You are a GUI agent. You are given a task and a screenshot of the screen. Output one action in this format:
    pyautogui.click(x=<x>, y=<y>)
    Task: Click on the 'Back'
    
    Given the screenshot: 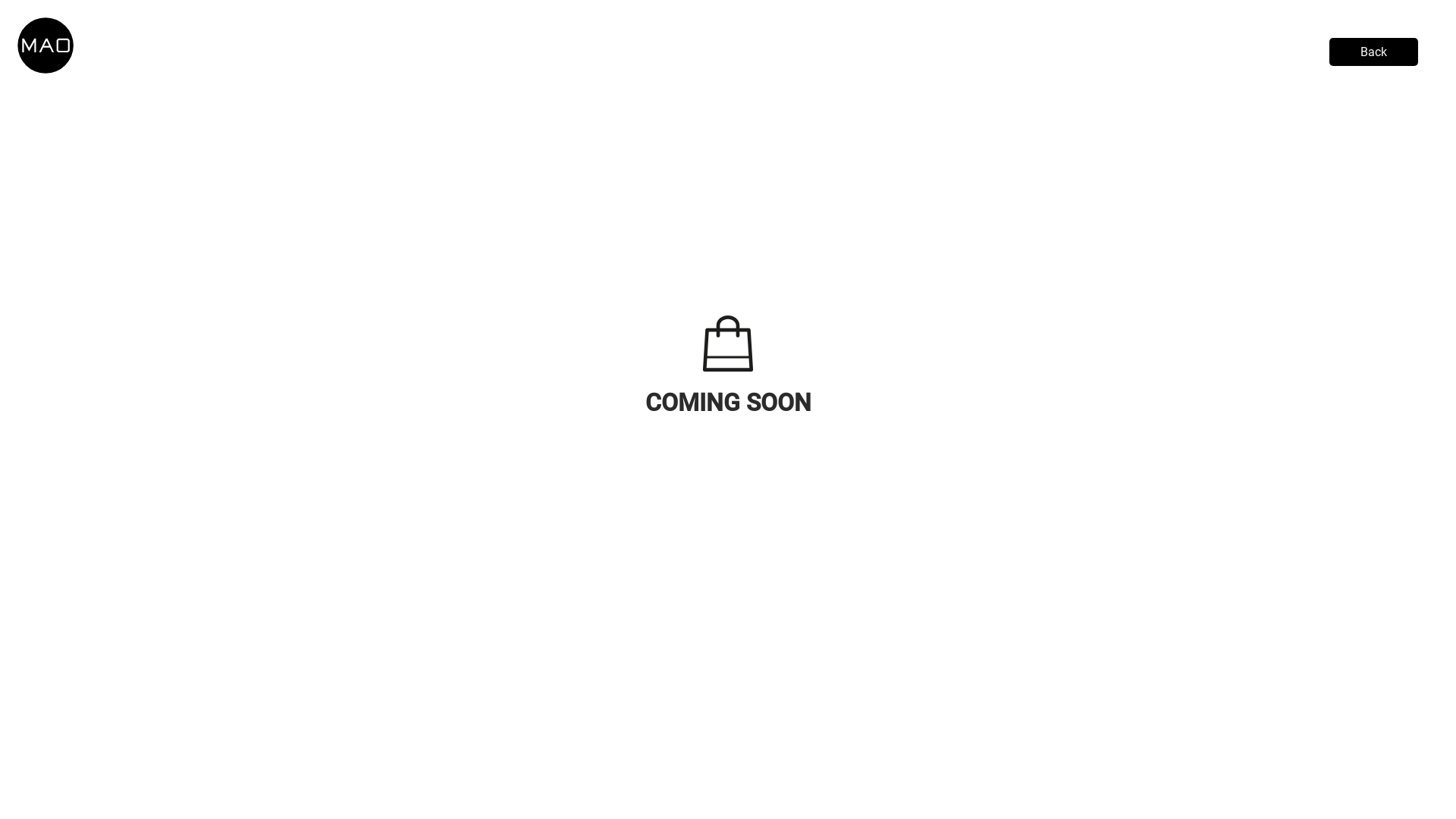 What is the action you would take?
    pyautogui.click(x=1328, y=51)
    